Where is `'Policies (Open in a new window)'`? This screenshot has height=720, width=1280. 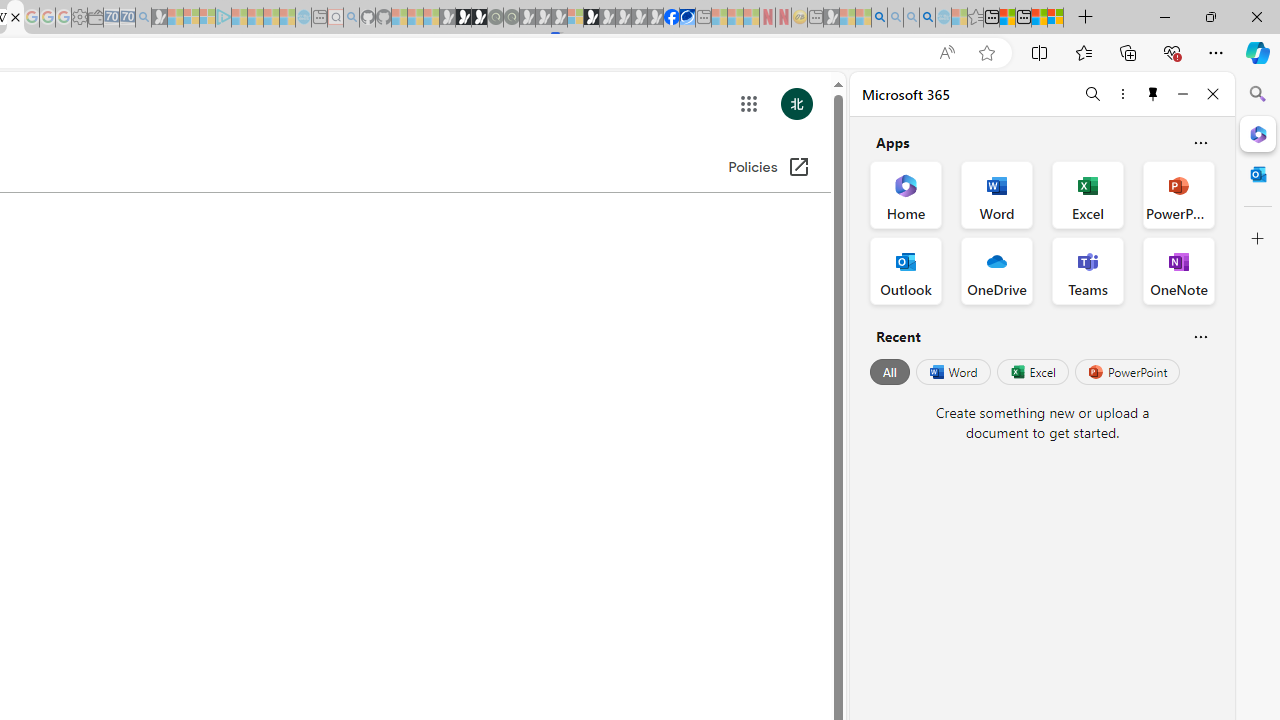 'Policies (Open in a new window)' is located at coordinates (768, 167).